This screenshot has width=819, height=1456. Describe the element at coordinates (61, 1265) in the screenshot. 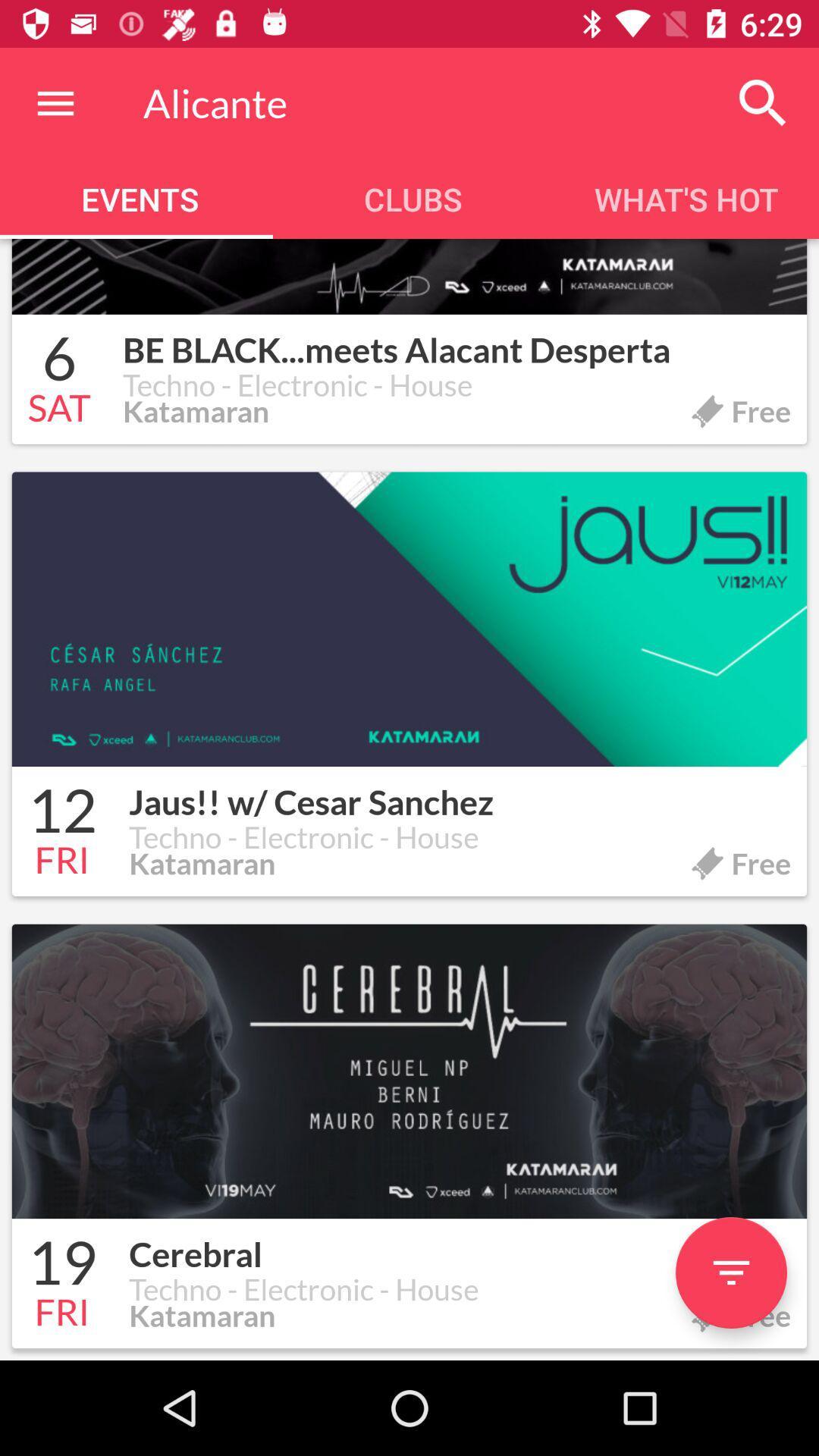

I see `the 19` at that location.